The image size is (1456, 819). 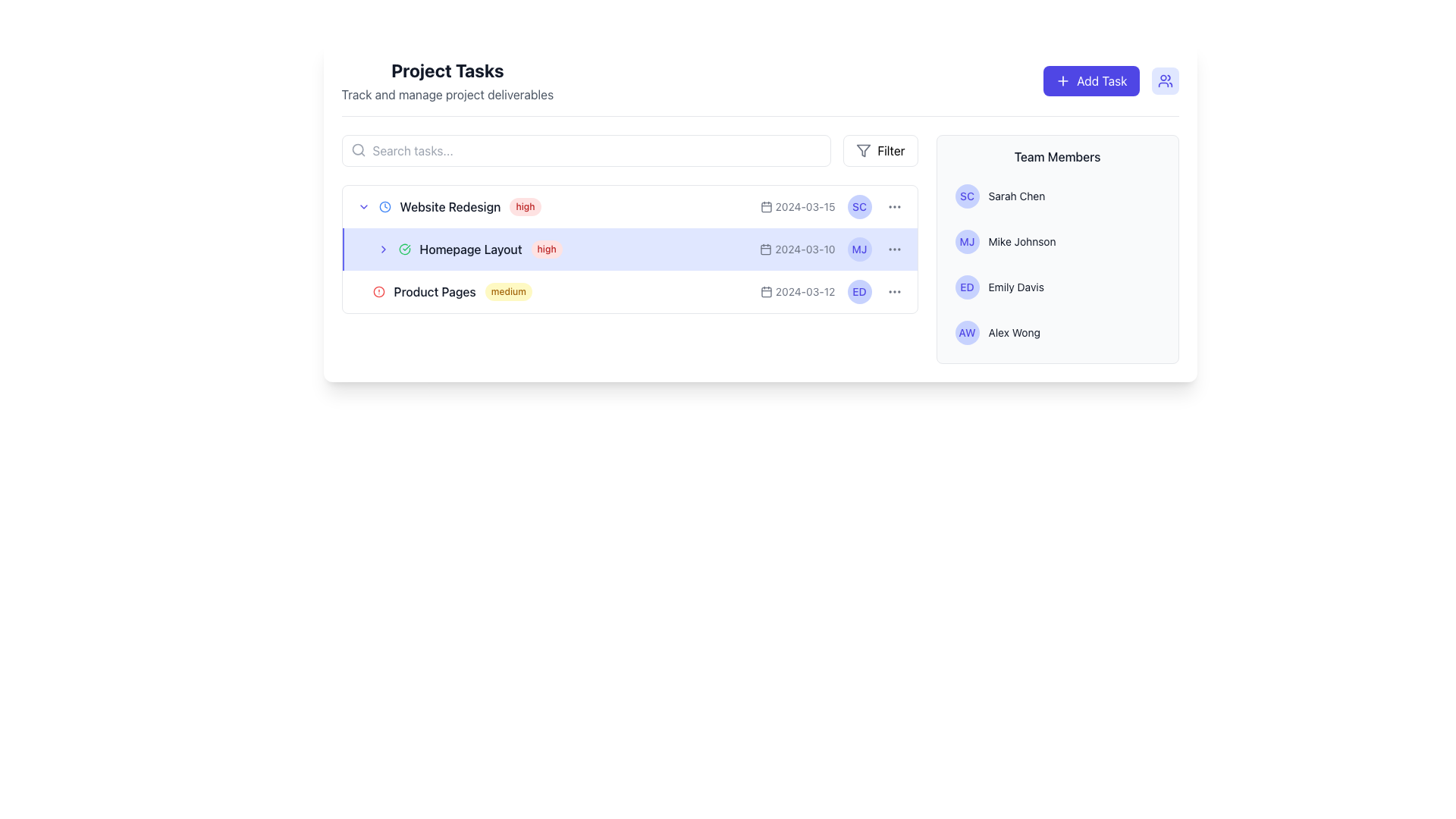 I want to click on the circular avatar badge representing team member 'MJ' located, so click(x=966, y=241).